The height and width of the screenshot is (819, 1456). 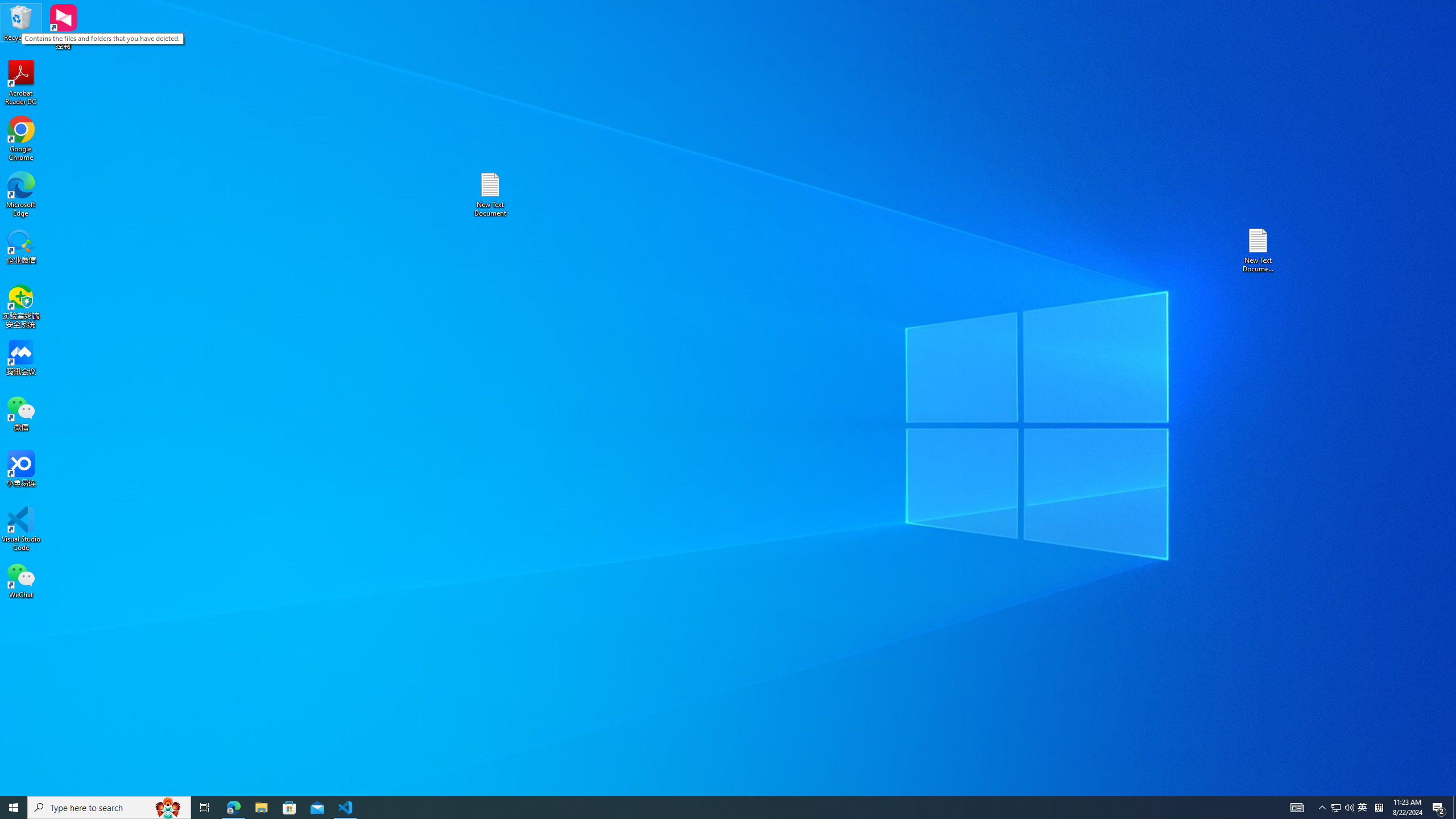 What do you see at coordinates (14, 806) in the screenshot?
I see `'Start'` at bounding box center [14, 806].